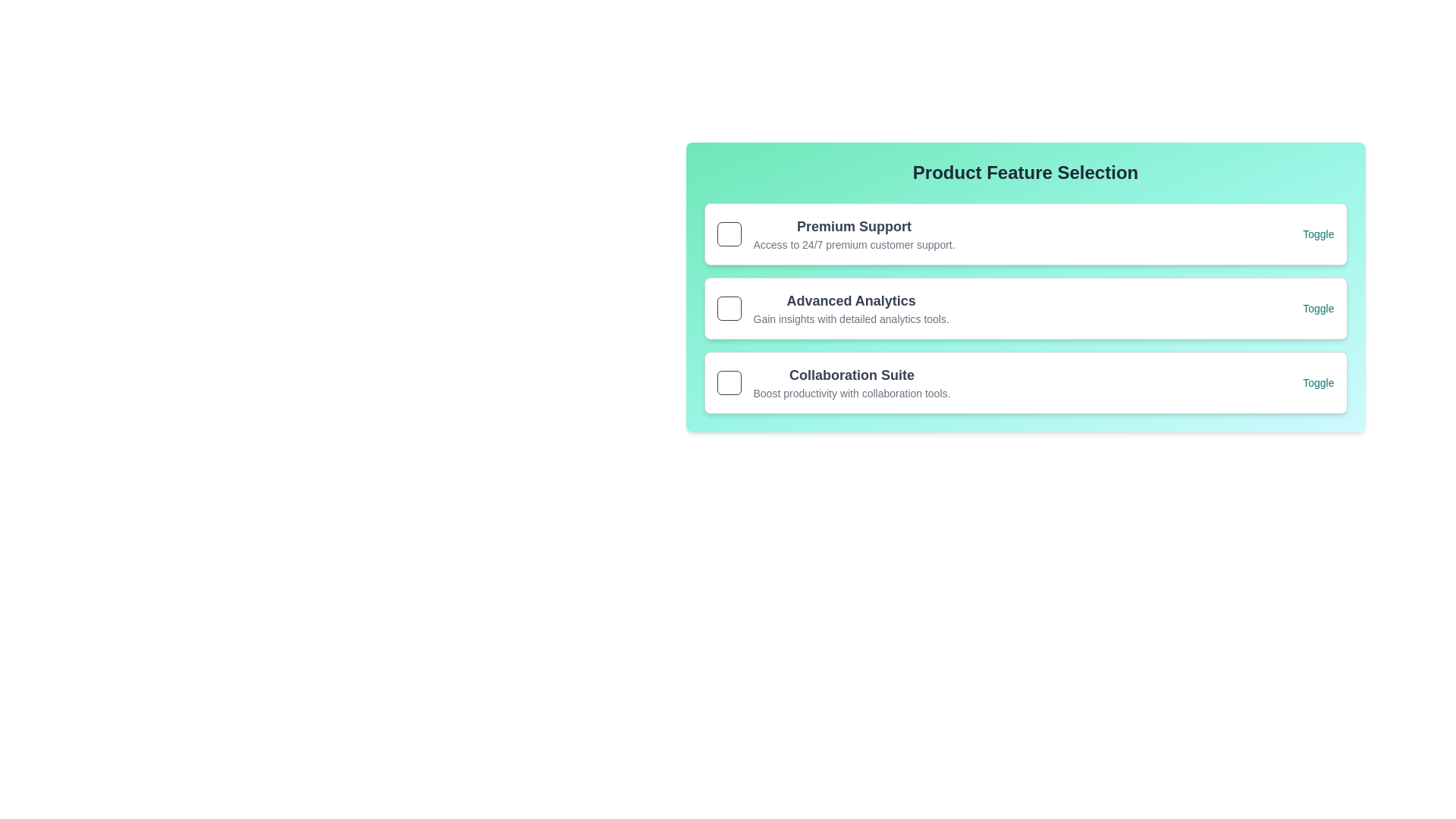 The image size is (1456, 819). Describe the element at coordinates (1317, 234) in the screenshot. I see `the 'Toggle' hyperlink styled in teal, located to the right of the 'Premium Support' feature option` at that location.